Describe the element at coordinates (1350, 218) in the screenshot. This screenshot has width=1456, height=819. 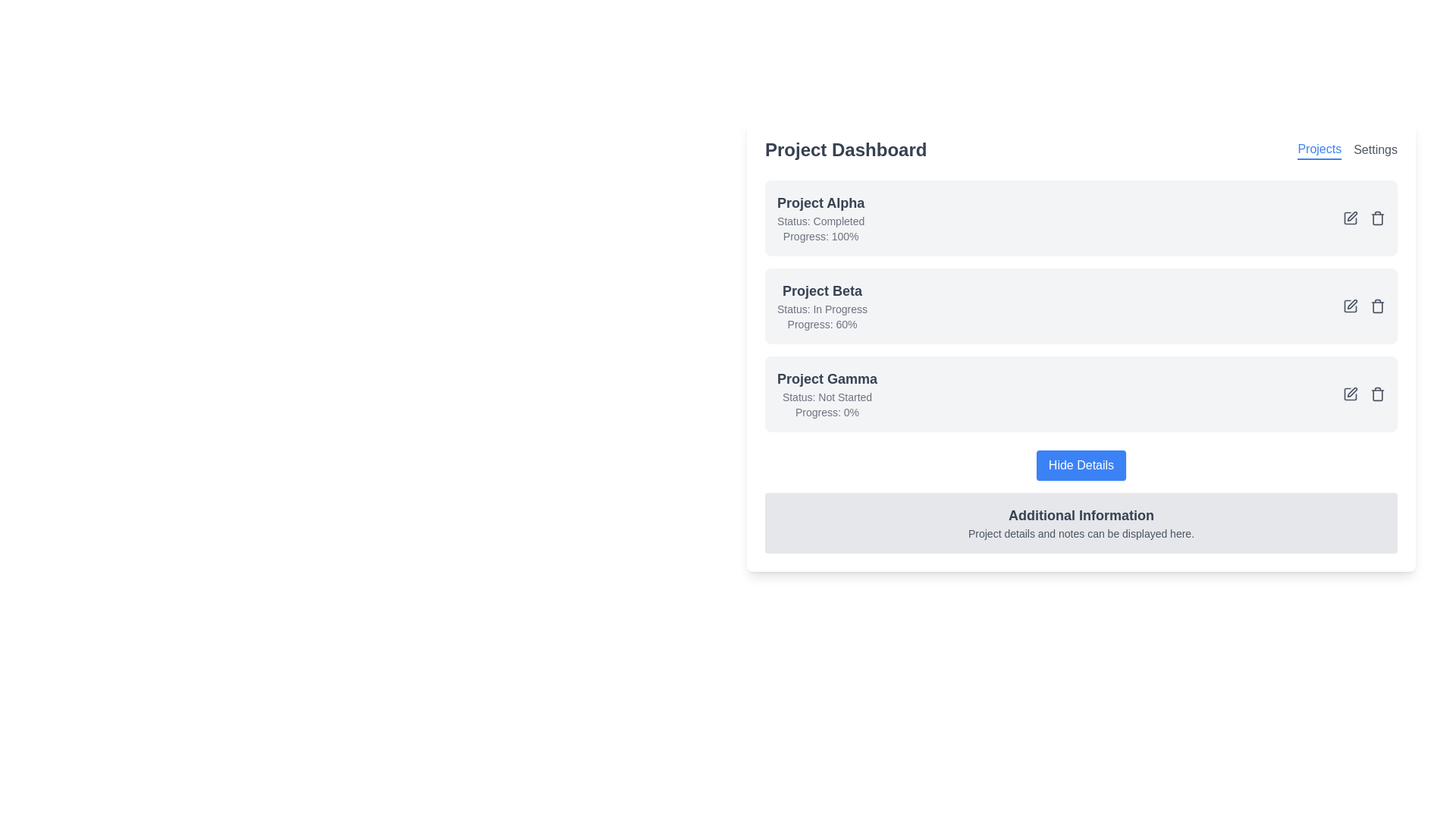
I see `the pen icon button used for editing, located in the first row next to 'Project Alpha'` at that location.